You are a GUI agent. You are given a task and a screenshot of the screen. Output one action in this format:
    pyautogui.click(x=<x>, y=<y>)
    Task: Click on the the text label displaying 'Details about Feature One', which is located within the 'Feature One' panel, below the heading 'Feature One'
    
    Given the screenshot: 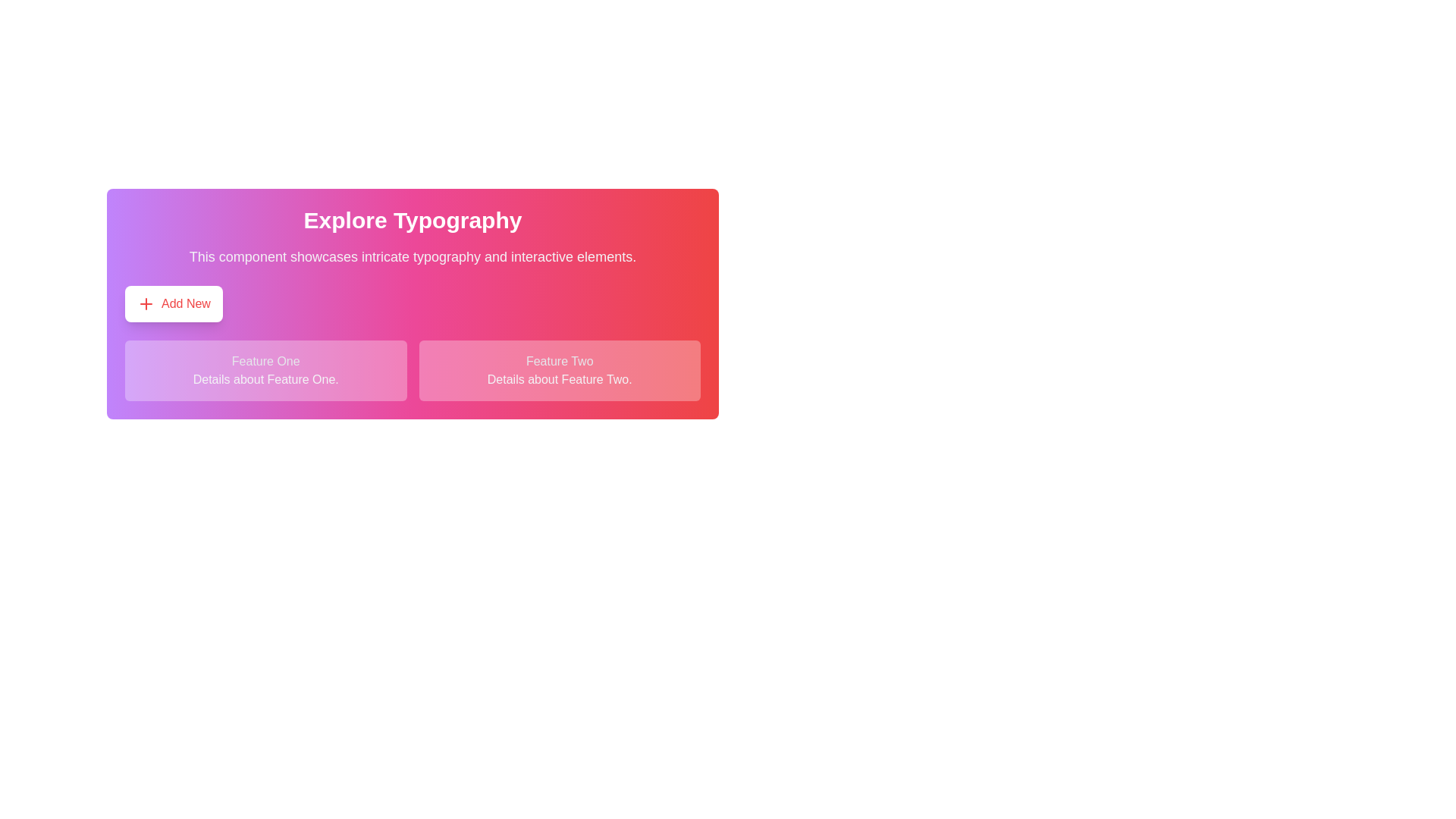 What is the action you would take?
    pyautogui.click(x=265, y=379)
    